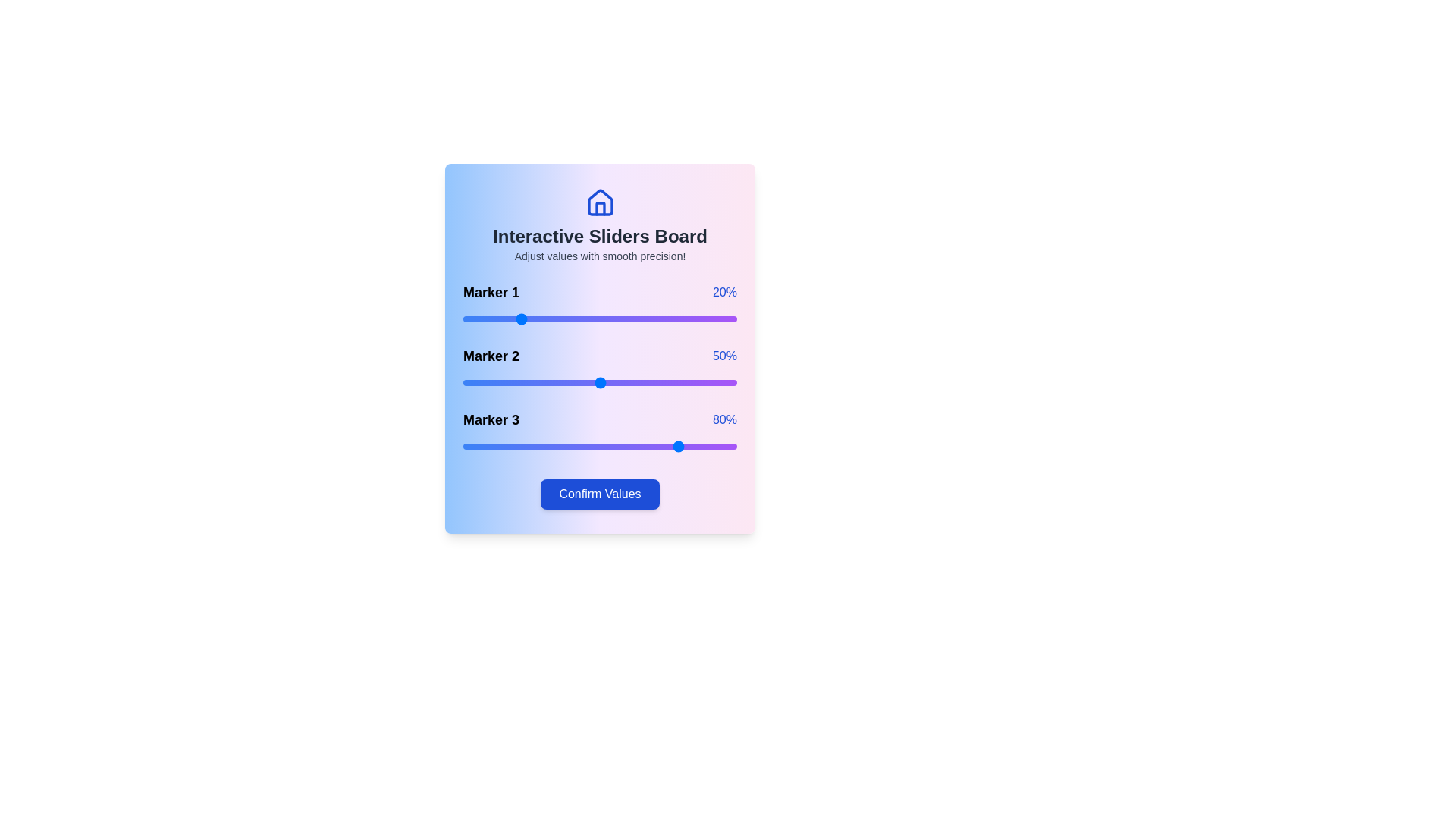 The width and height of the screenshot is (1456, 819). What do you see at coordinates (599, 202) in the screenshot?
I see `the header 'Home' icon to access additional functionality` at bounding box center [599, 202].